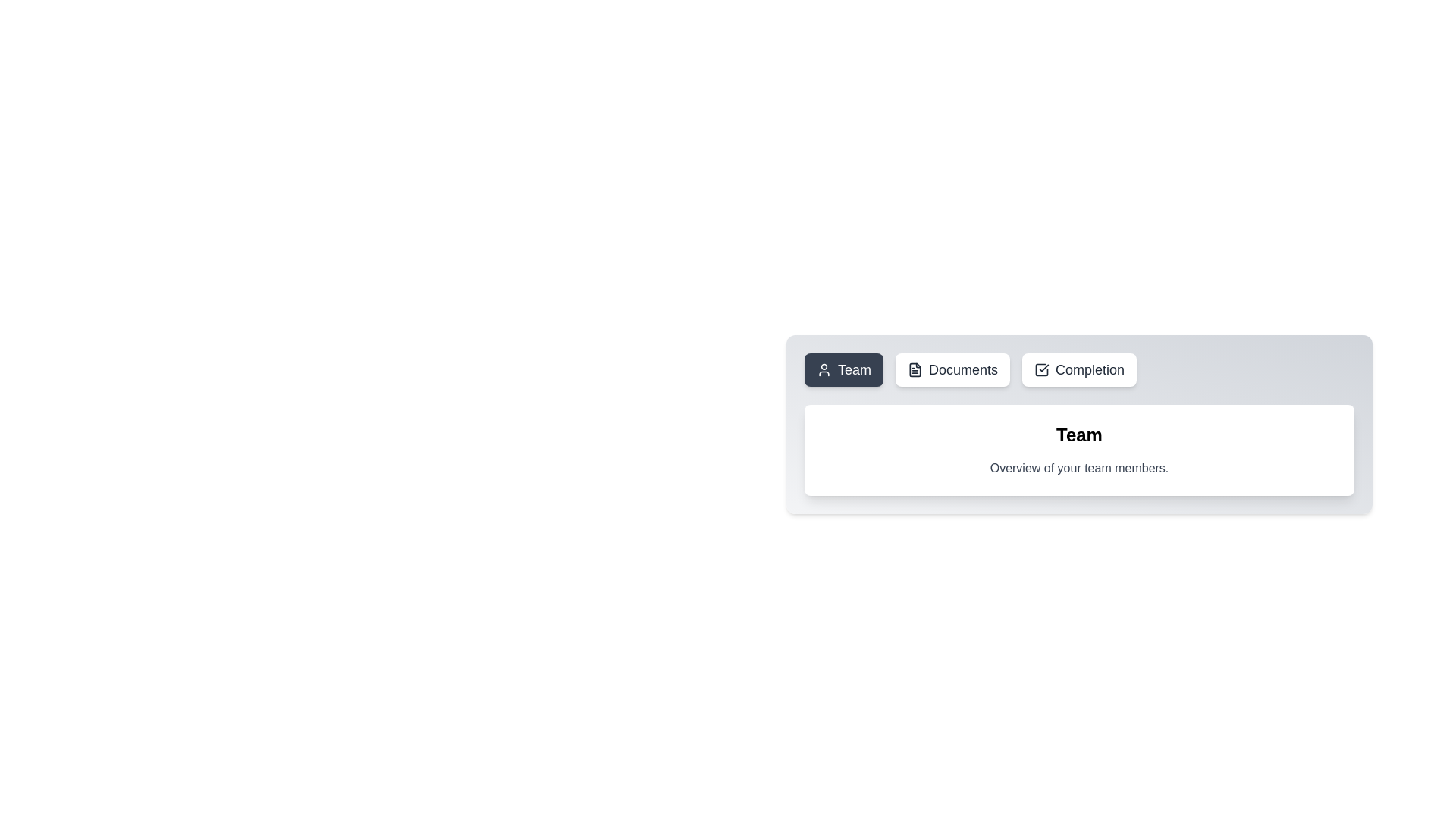 This screenshot has width=1456, height=819. I want to click on the 'Team' button, which is a rounded rectangular button with a dark background and white text, so click(843, 370).